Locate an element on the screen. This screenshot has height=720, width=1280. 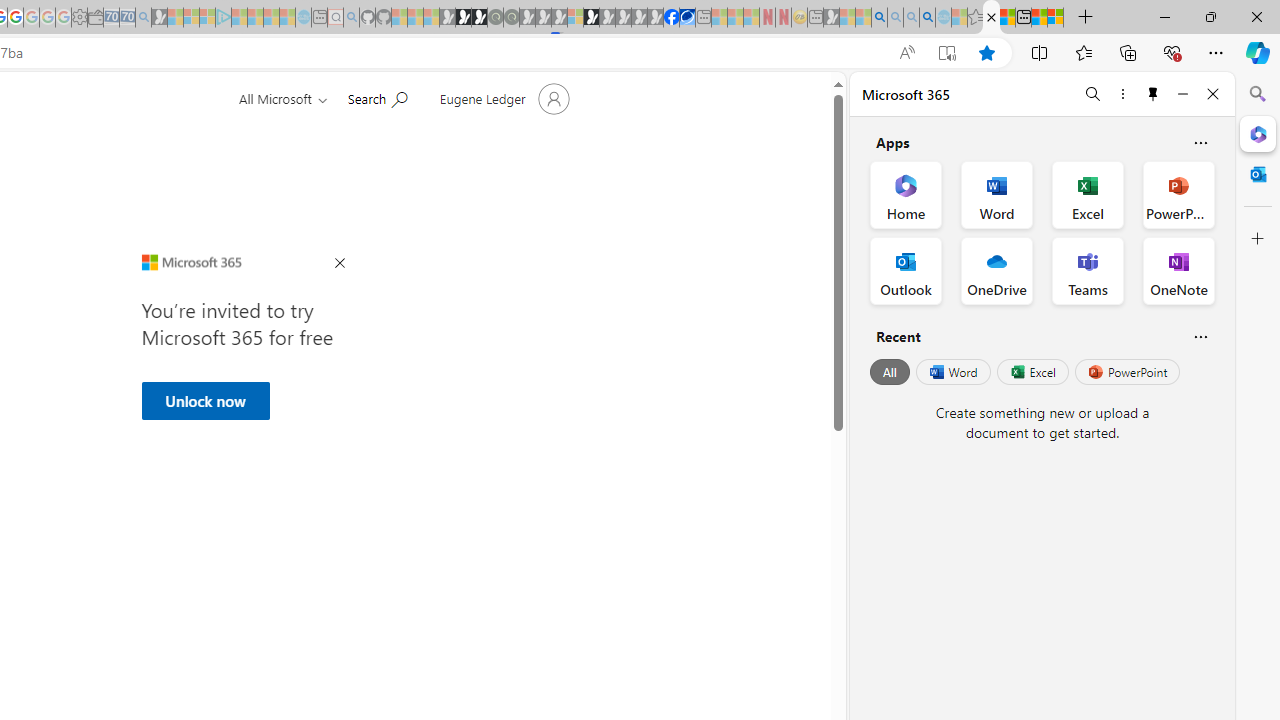
'Sign in to your account - Sleeping' is located at coordinates (574, 17).